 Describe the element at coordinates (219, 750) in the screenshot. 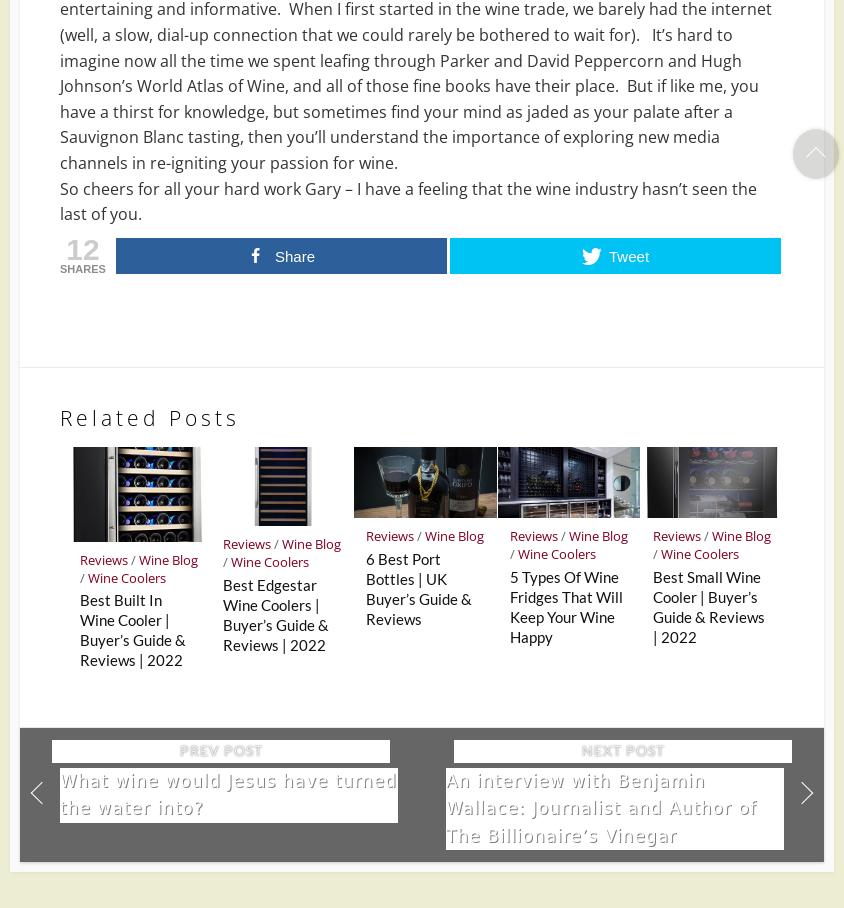

I see `'Prev Post'` at that location.